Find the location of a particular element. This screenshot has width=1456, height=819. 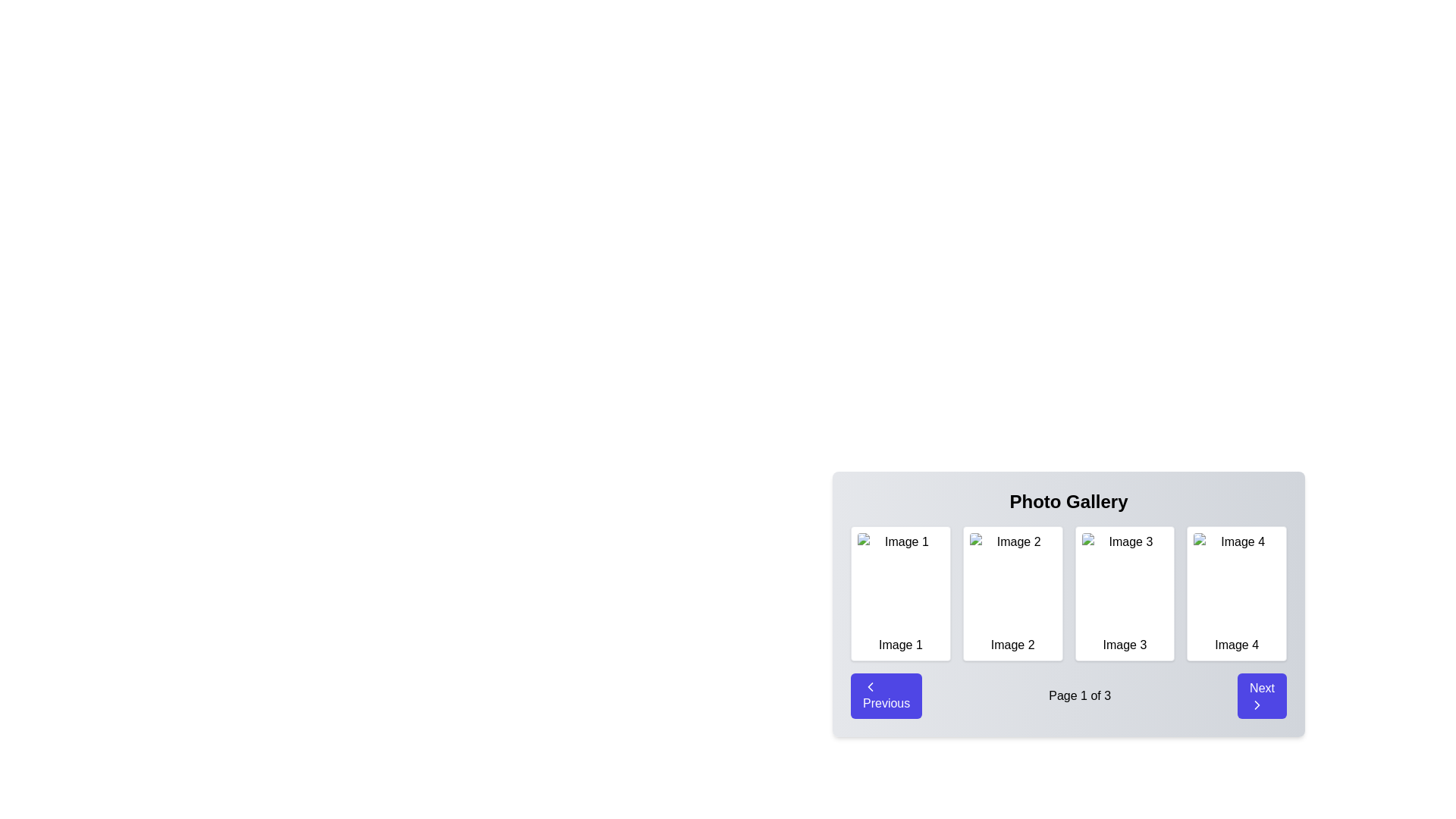

the arrow icon located inside the 'Next' button at the lower-right portion of the interface is located at coordinates (1257, 704).